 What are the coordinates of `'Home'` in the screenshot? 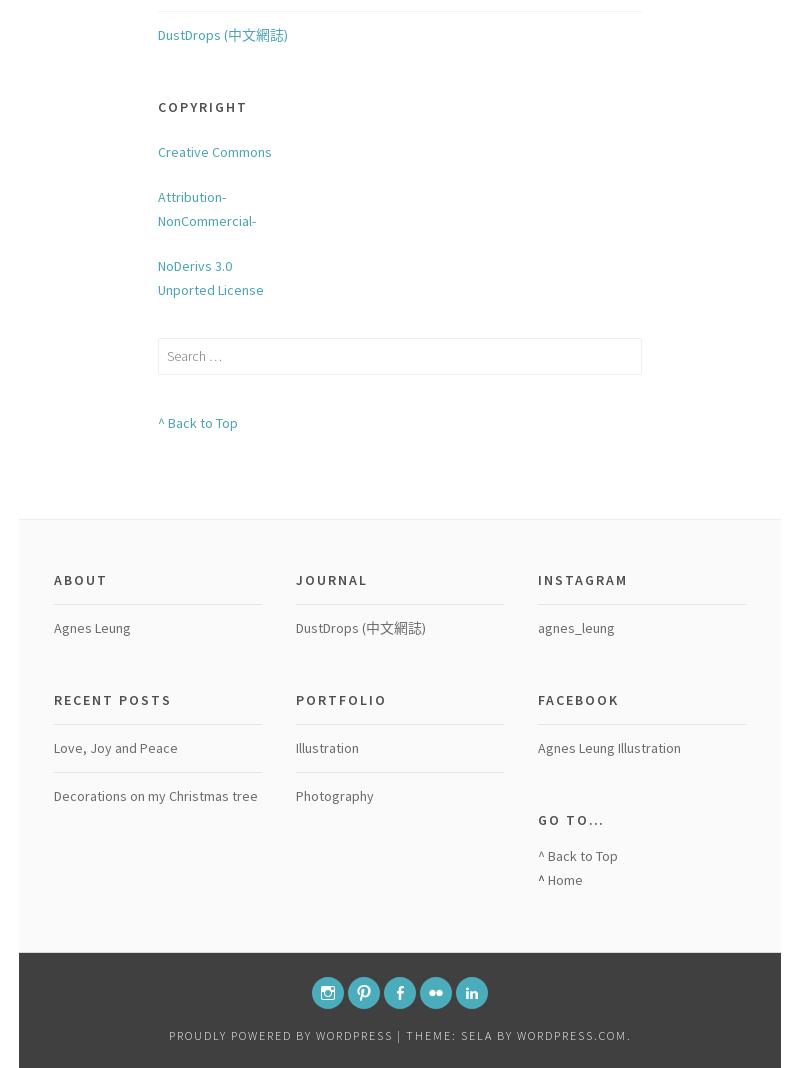 It's located at (565, 877).